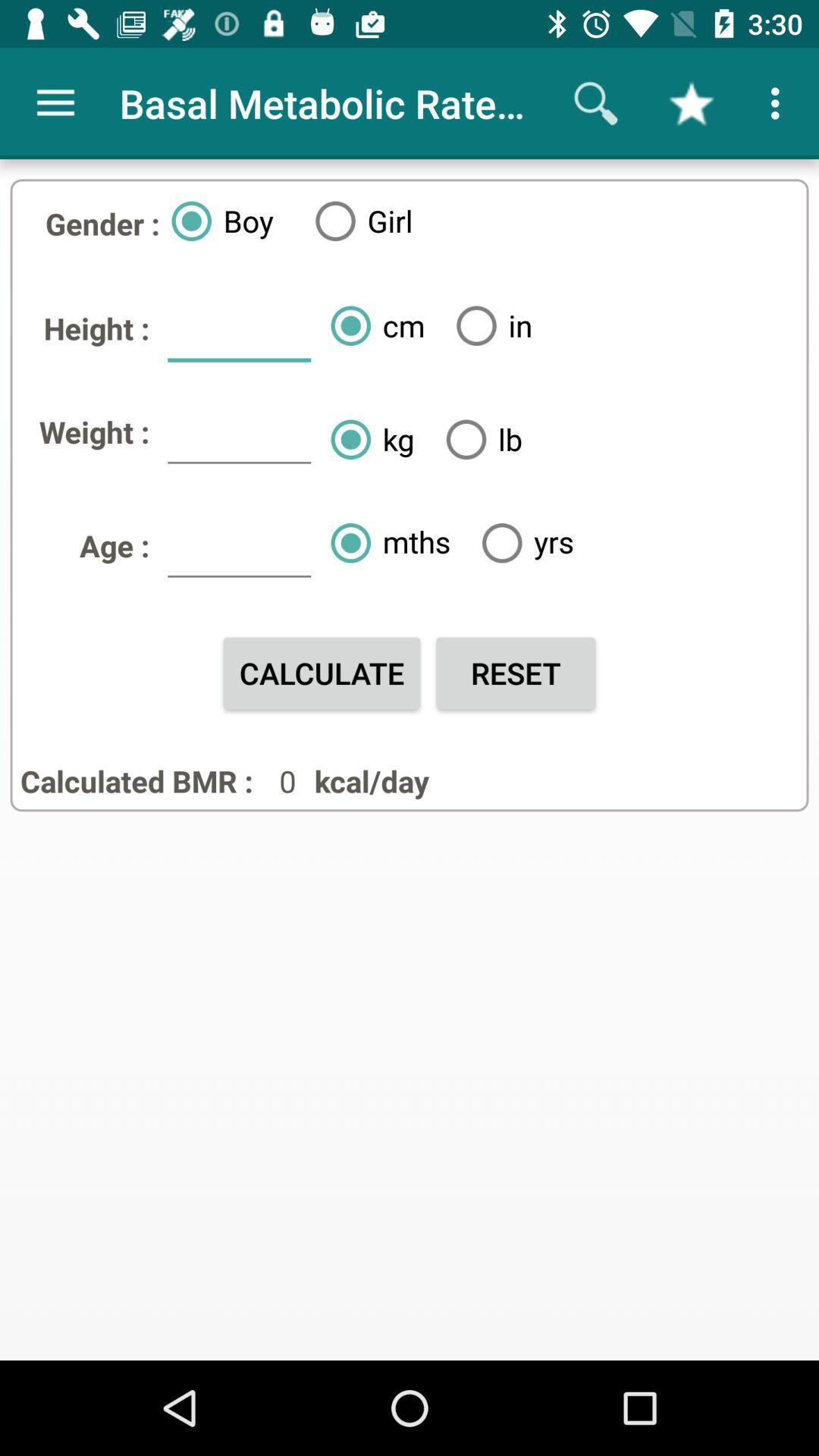  What do you see at coordinates (55, 102) in the screenshot?
I see `icon next to basal metabolic rate app` at bounding box center [55, 102].